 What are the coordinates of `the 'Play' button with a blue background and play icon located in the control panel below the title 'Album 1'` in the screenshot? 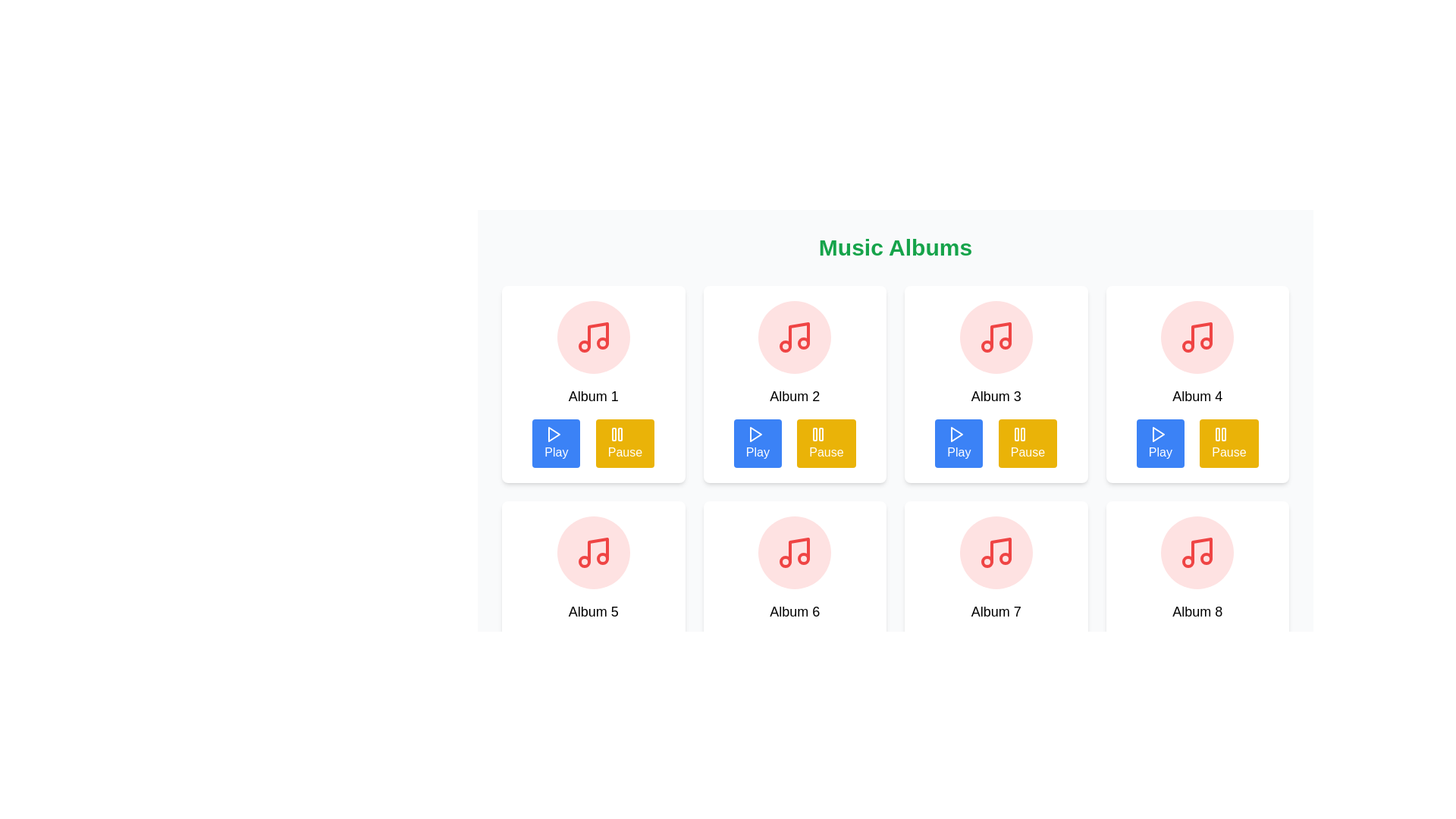 It's located at (592, 444).